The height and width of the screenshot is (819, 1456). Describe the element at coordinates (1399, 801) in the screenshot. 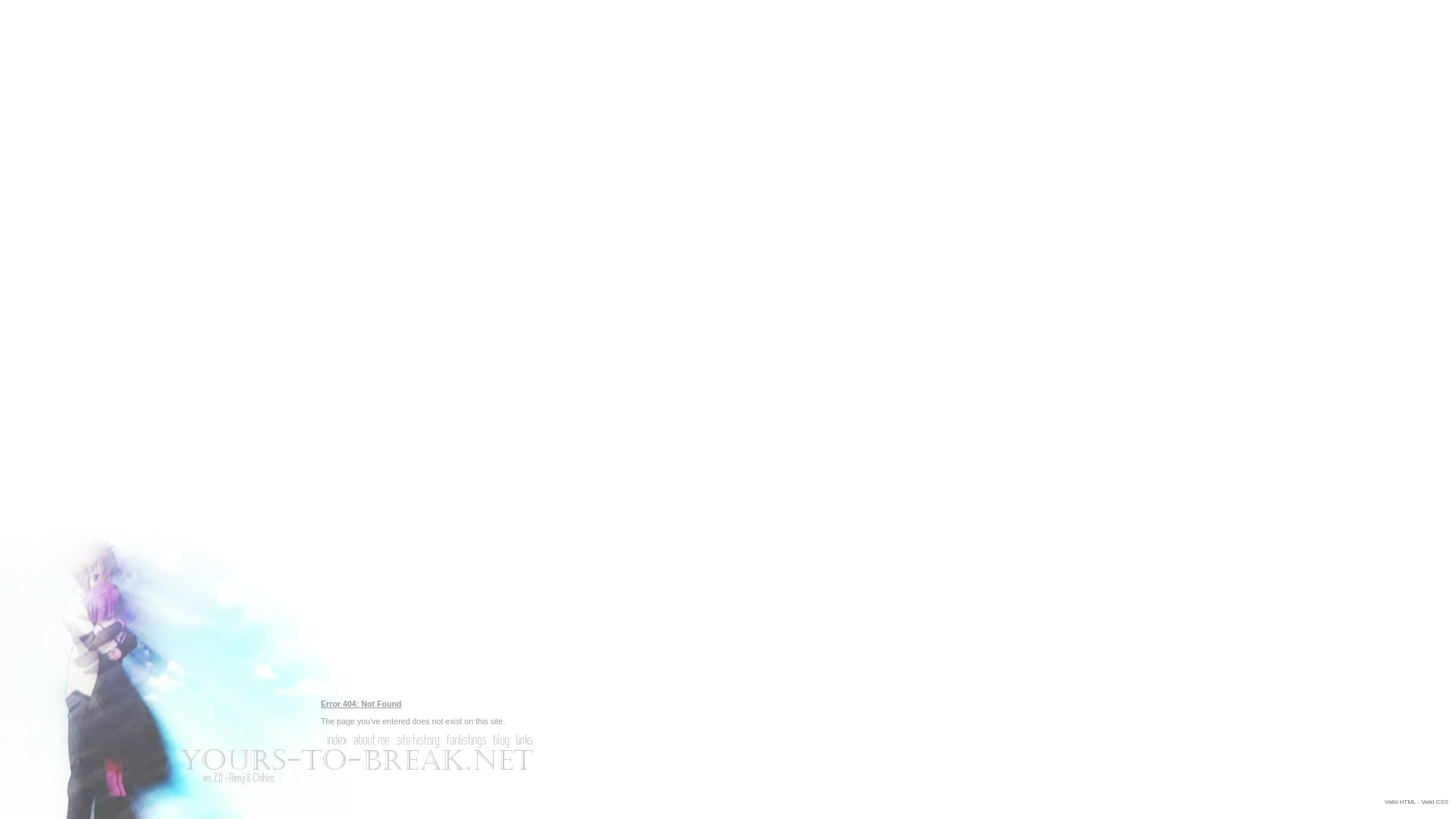

I see `'Valid HTML'` at that location.